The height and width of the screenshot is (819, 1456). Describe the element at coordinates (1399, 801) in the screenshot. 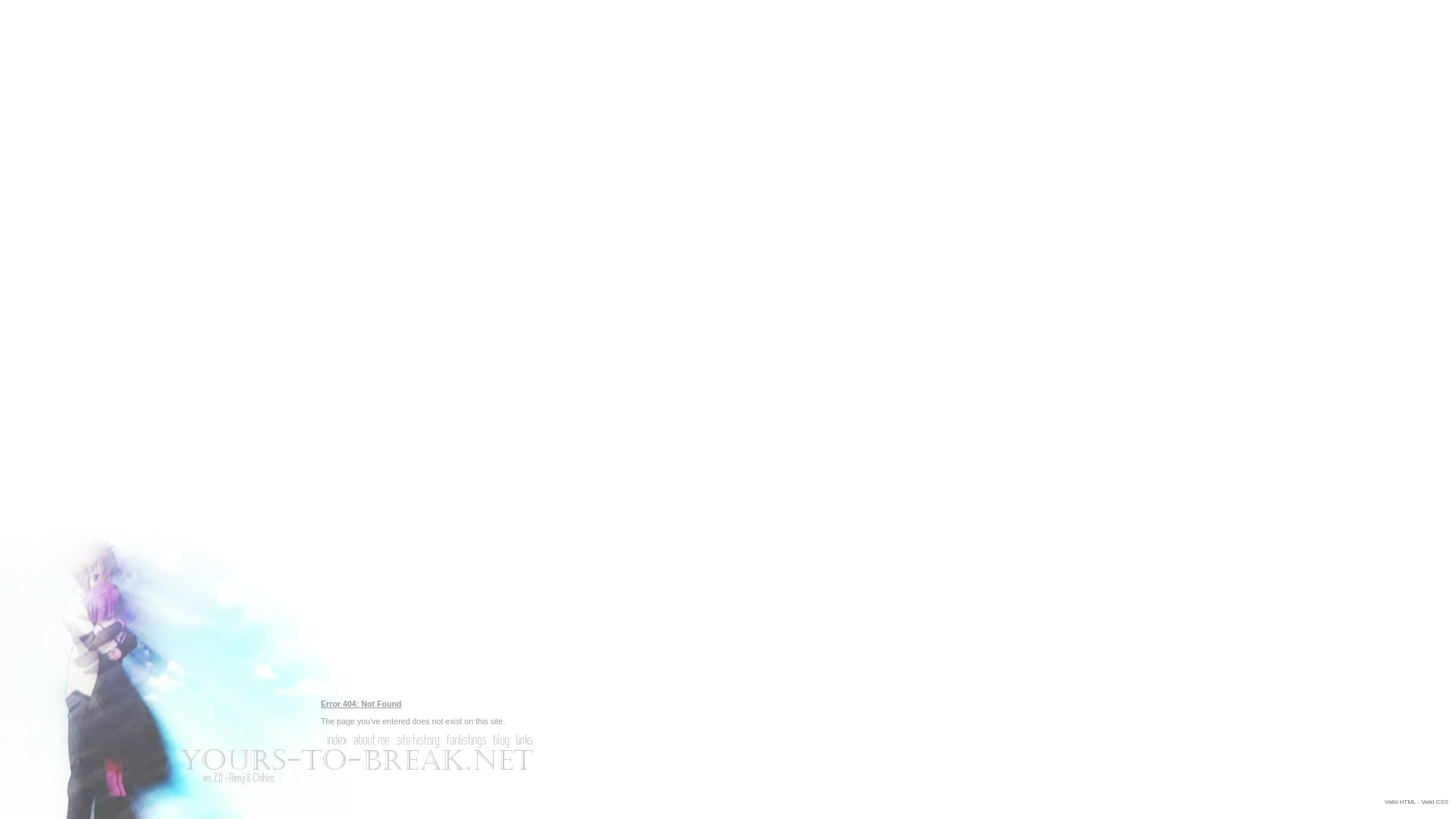

I see `'Valid HTML'` at that location.